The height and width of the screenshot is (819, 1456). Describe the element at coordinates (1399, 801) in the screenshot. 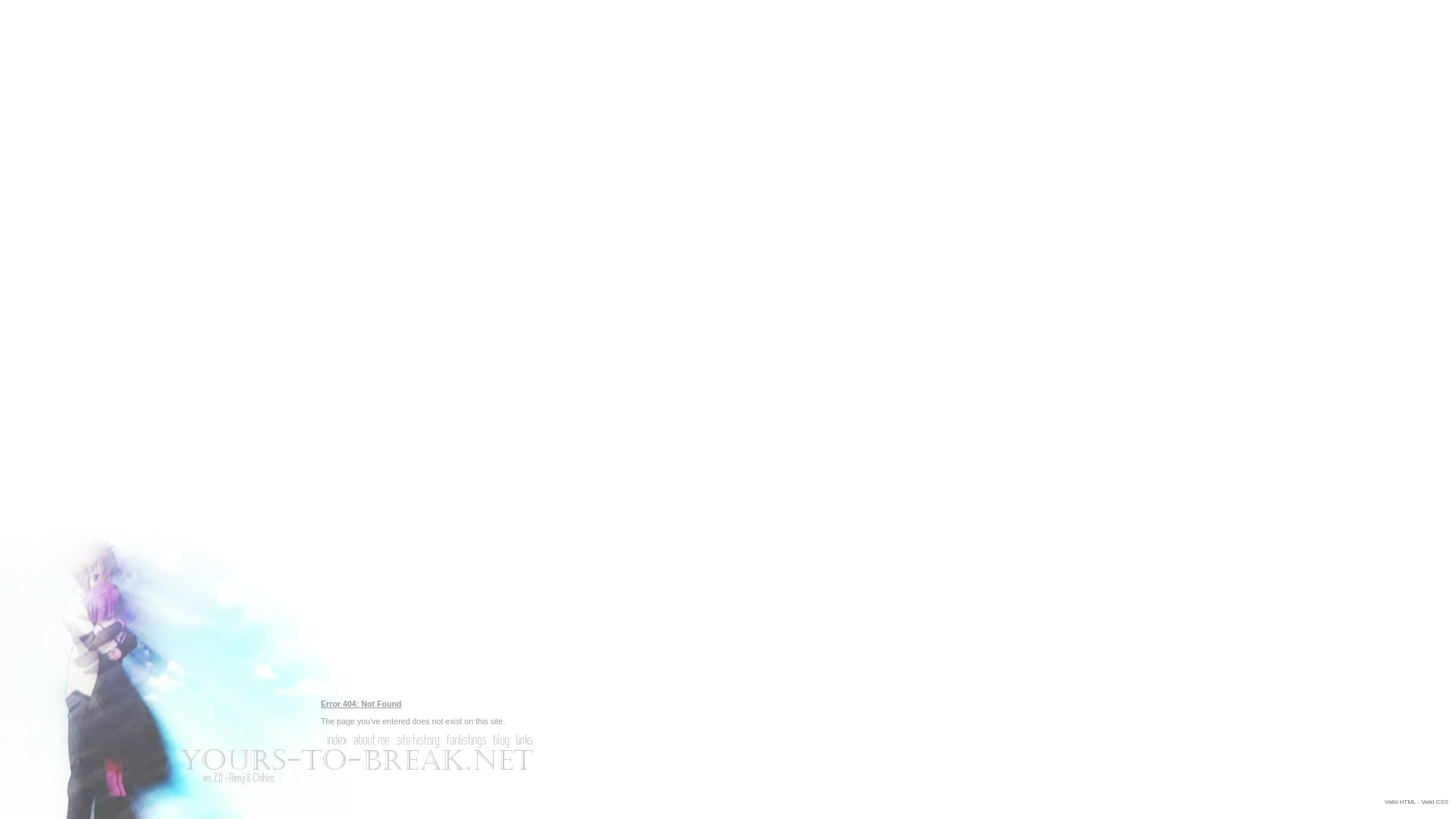

I see `'Valid HTML'` at that location.